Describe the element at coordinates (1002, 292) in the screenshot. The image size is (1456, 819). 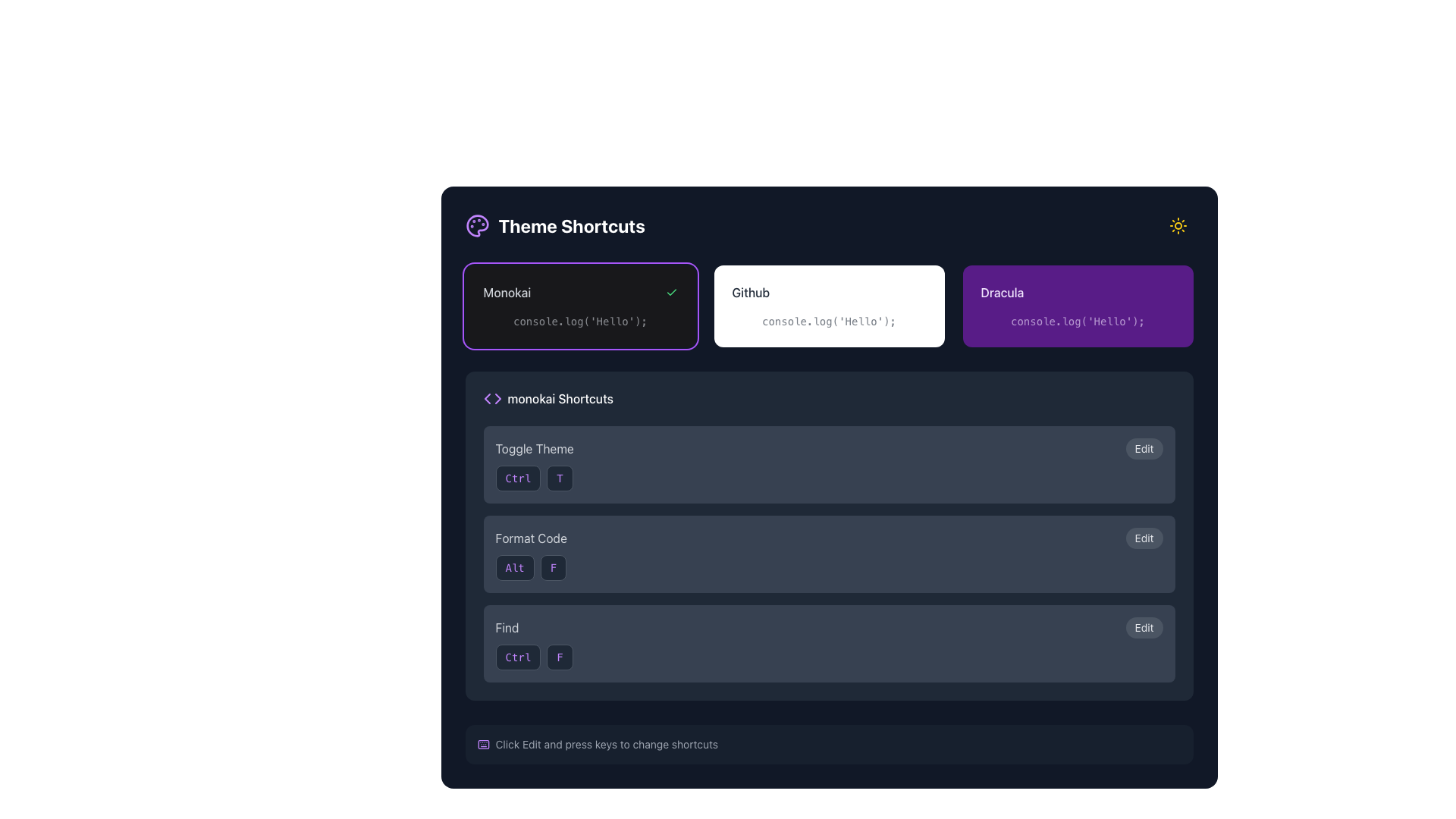
I see `the text label displaying 'Dracula' in a medium-weight, capitalized, light purple font on a purple rectangular background` at that location.